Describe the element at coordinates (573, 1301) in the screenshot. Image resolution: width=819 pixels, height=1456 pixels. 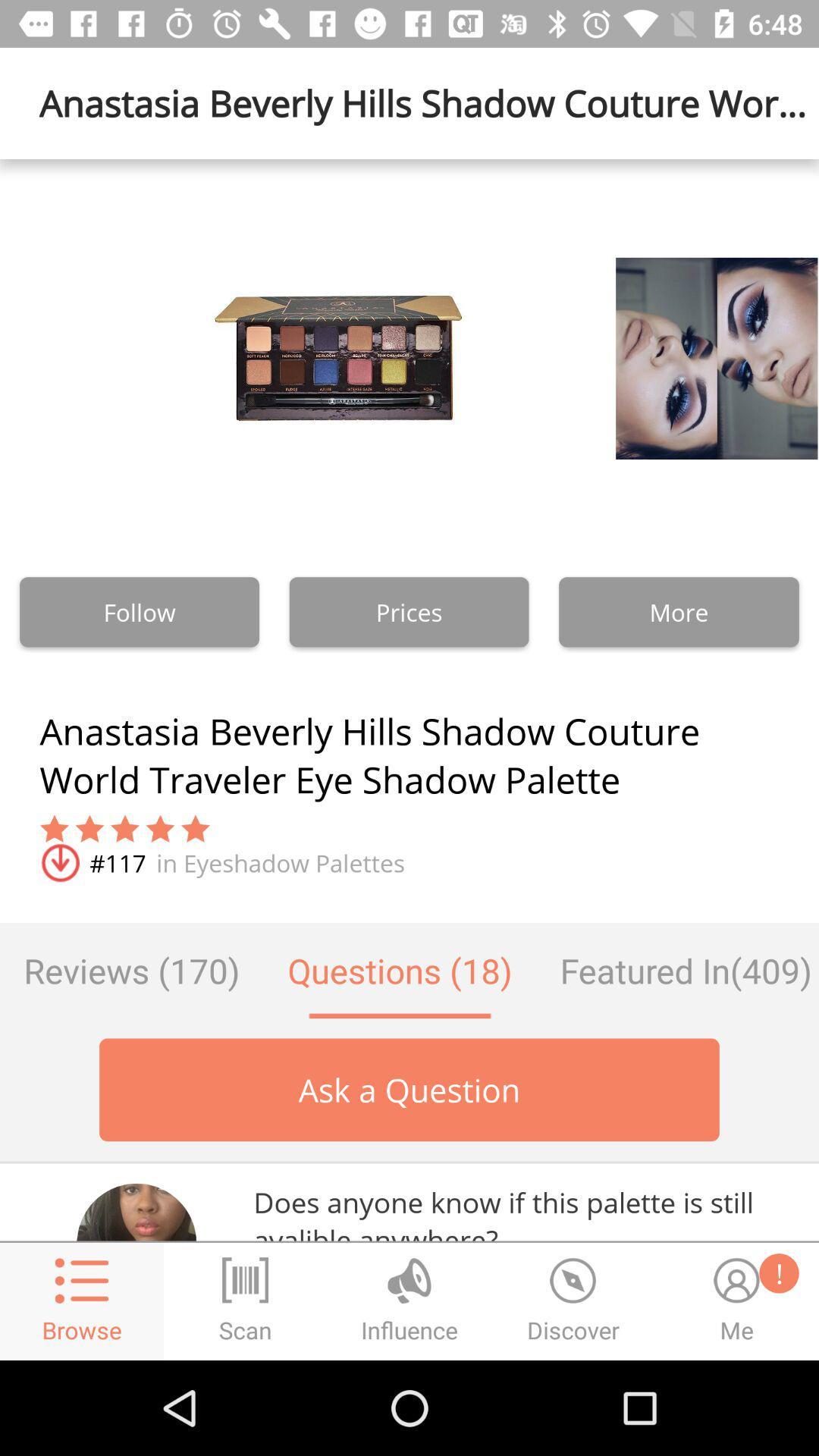
I see `the time icon` at that location.